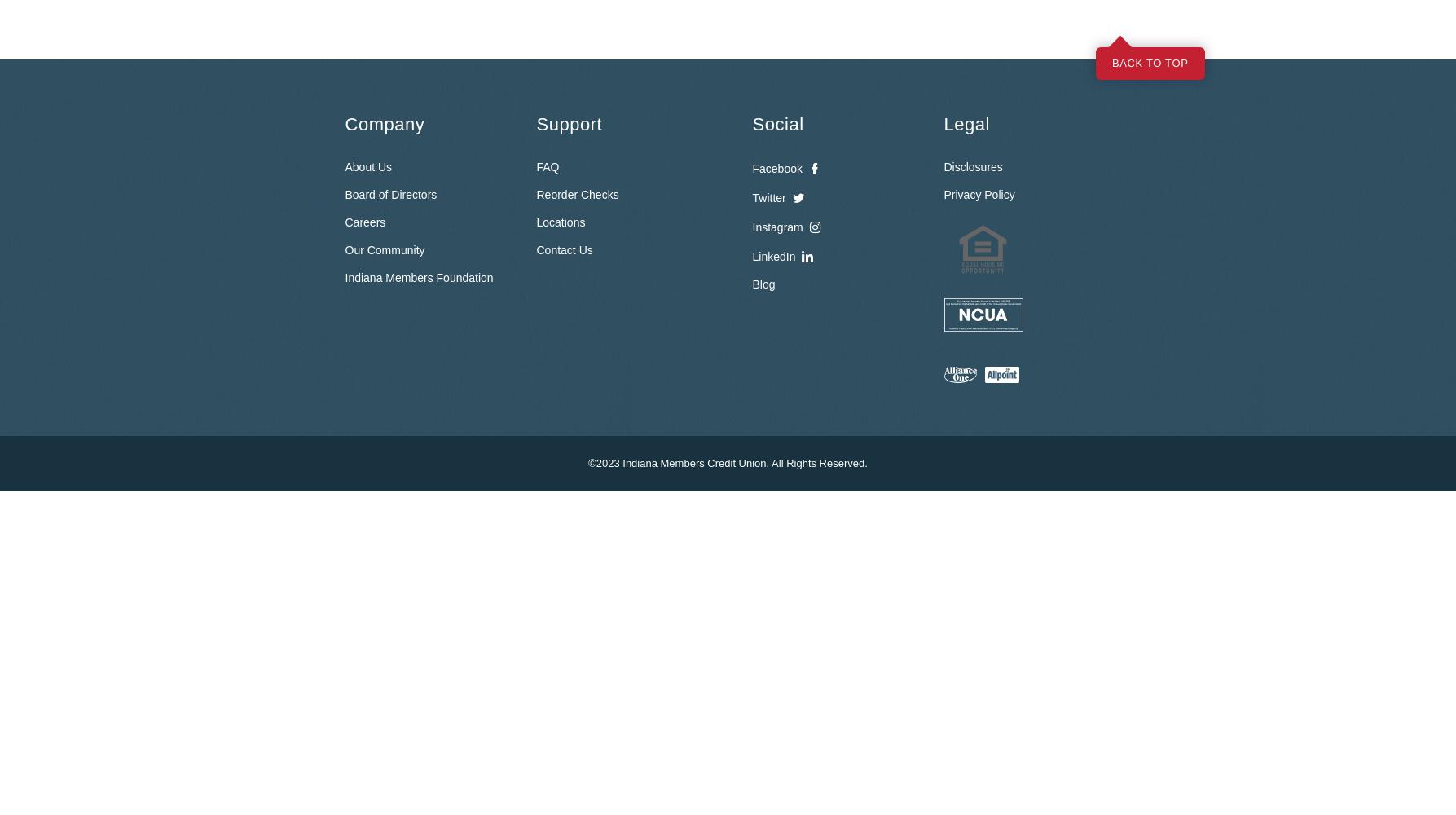 This screenshot has height=815, width=1456. What do you see at coordinates (384, 123) in the screenshot?
I see `'Company'` at bounding box center [384, 123].